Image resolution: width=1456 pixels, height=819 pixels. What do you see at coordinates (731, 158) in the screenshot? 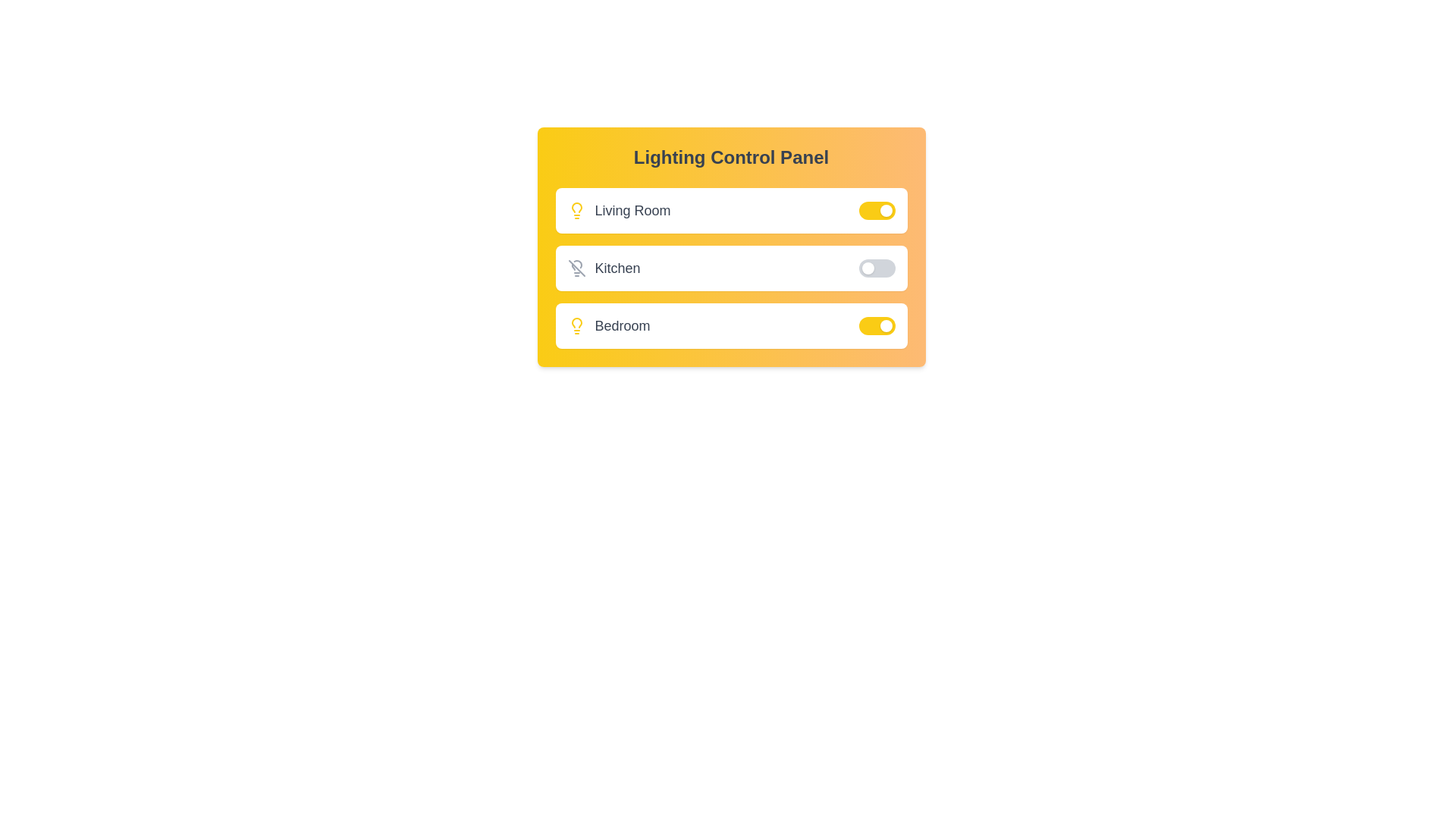
I see `the text of the panel's title for copying` at bounding box center [731, 158].